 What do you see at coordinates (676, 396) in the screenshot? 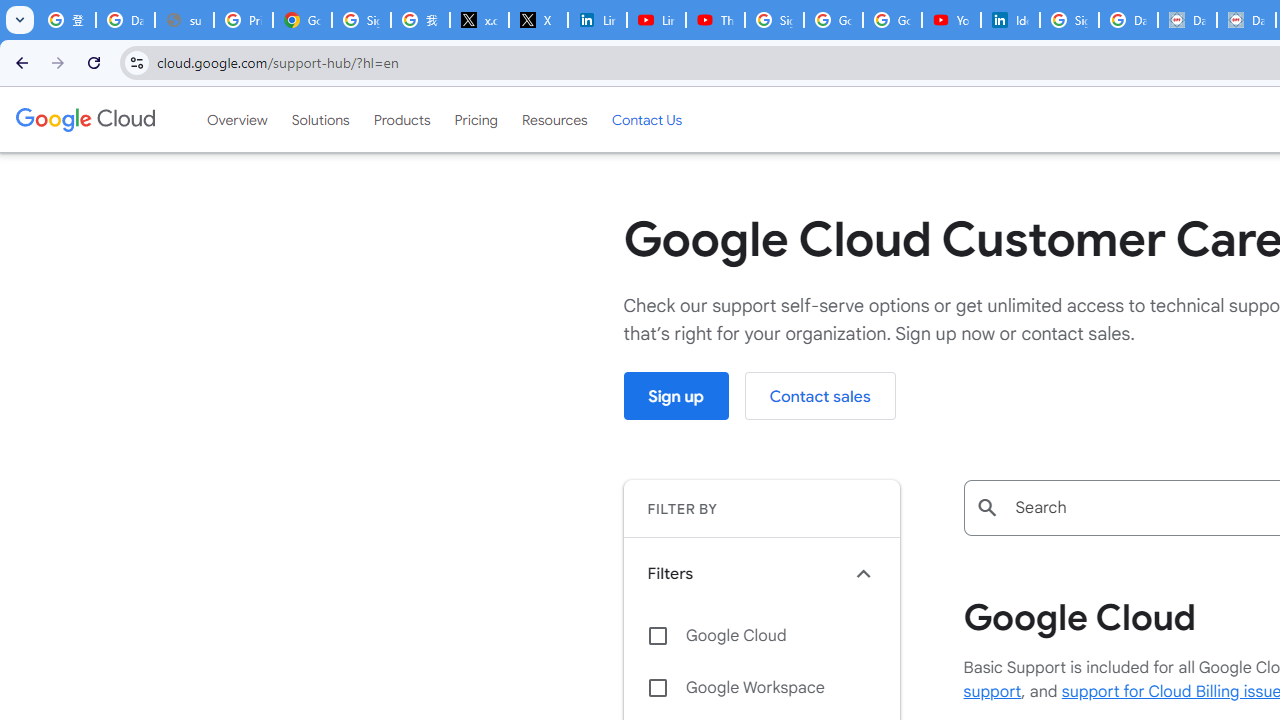
I see `'Sign up'` at bounding box center [676, 396].